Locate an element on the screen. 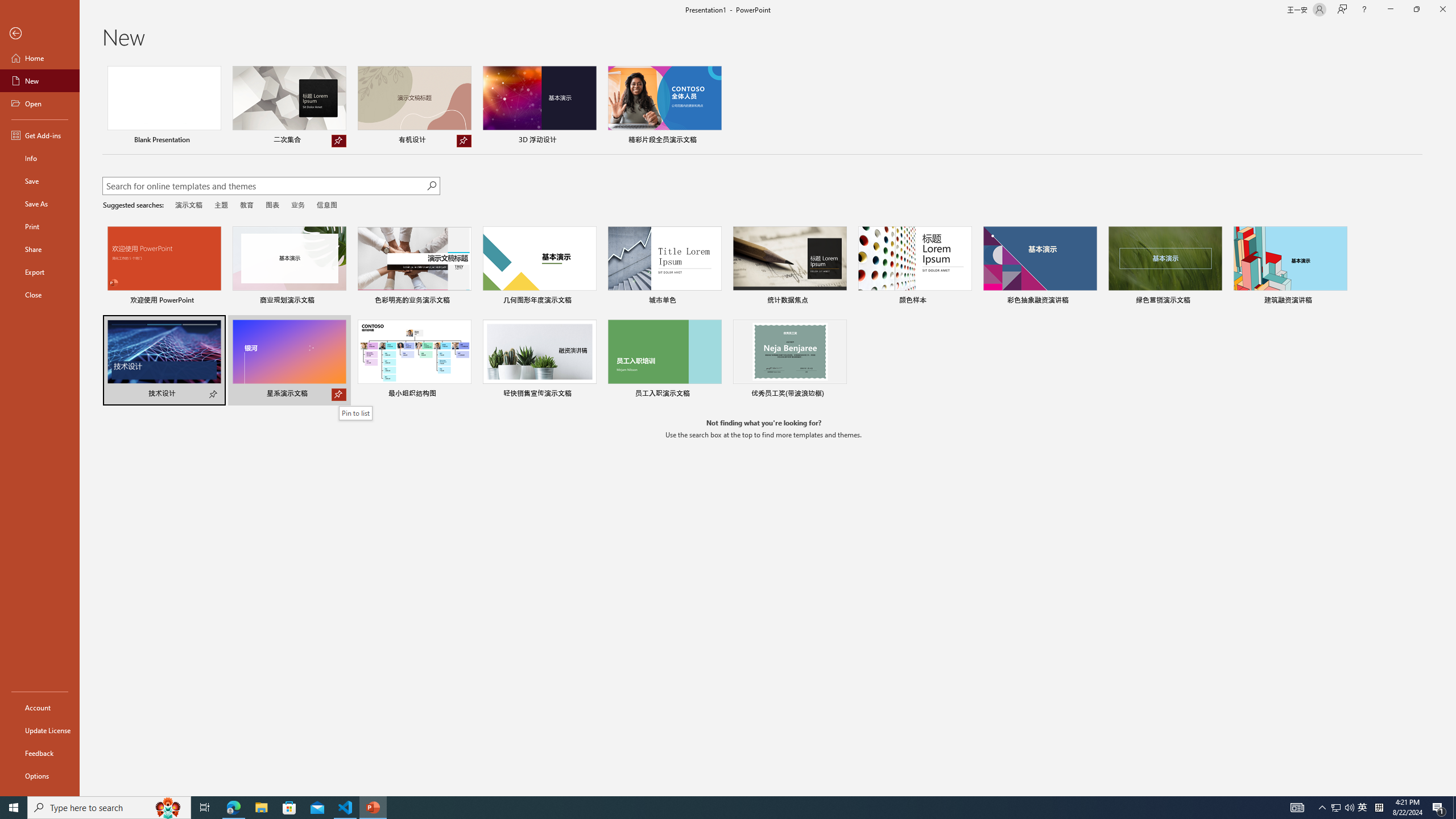 This screenshot has width=1456, height=819. 'Feedback' is located at coordinates (39, 753).